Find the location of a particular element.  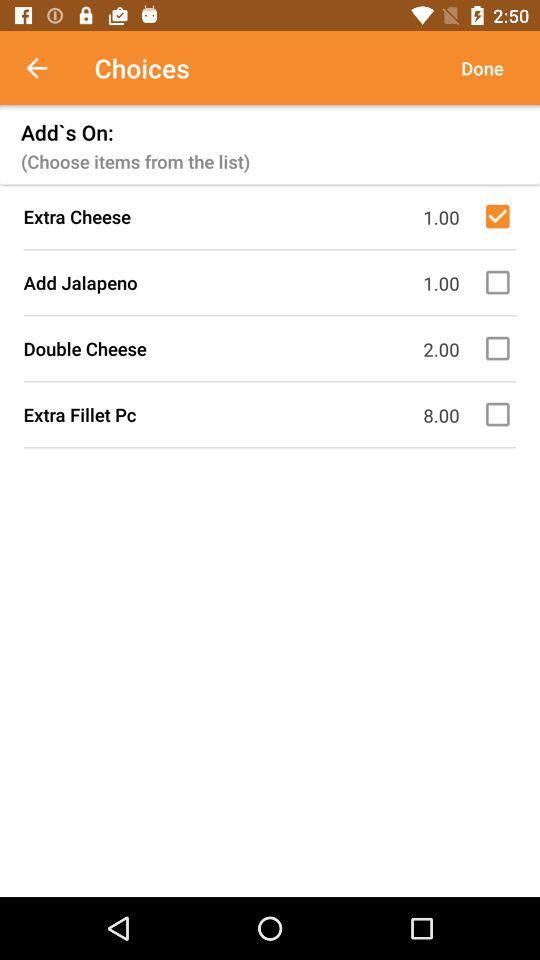

select option is located at coordinates (500, 216).